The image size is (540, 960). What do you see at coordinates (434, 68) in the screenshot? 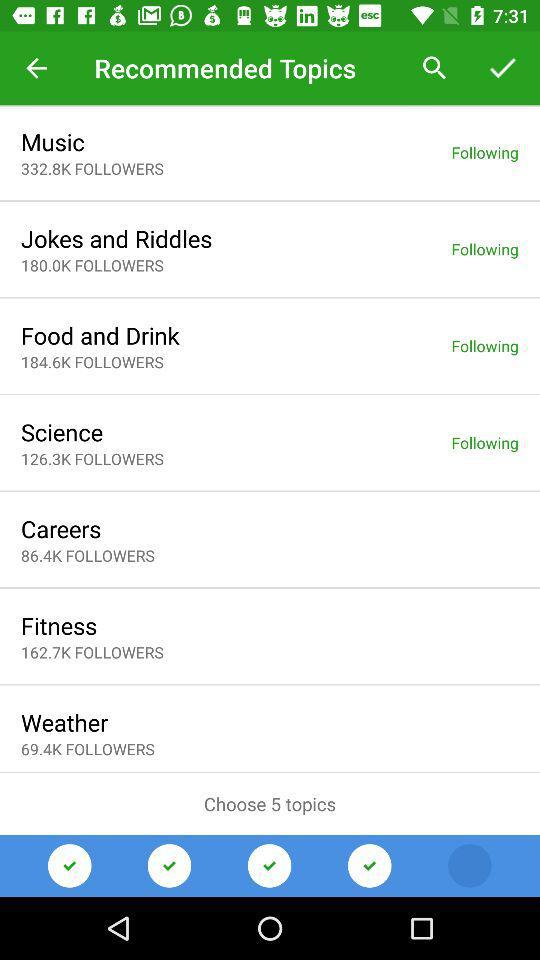
I see `the icon next to the recommended topics item` at bounding box center [434, 68].